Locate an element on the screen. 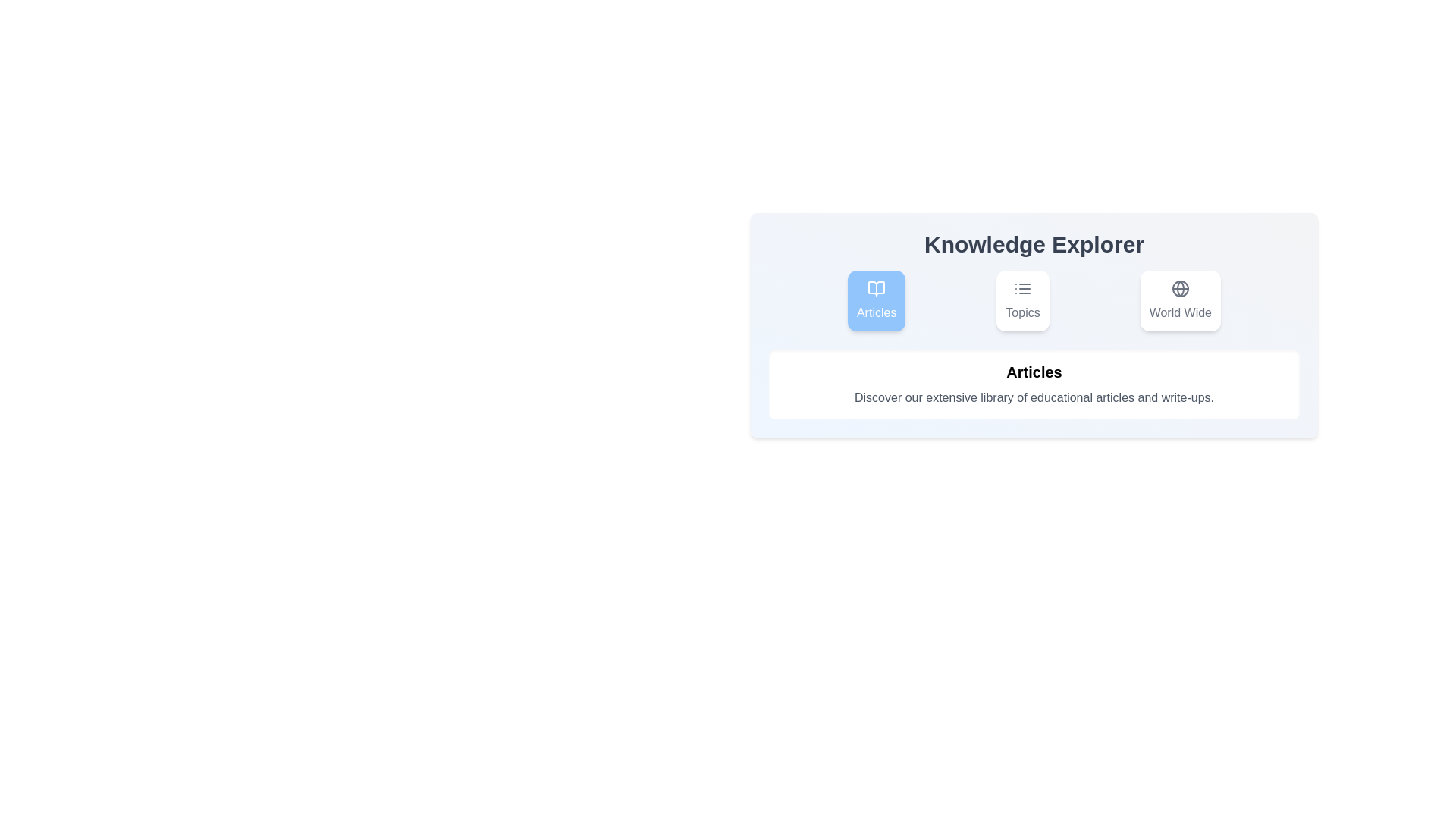 This screenshot has width=1456, height=819. the tab labeled Articles to observe the hover effect is located at coordinates (877, 301).